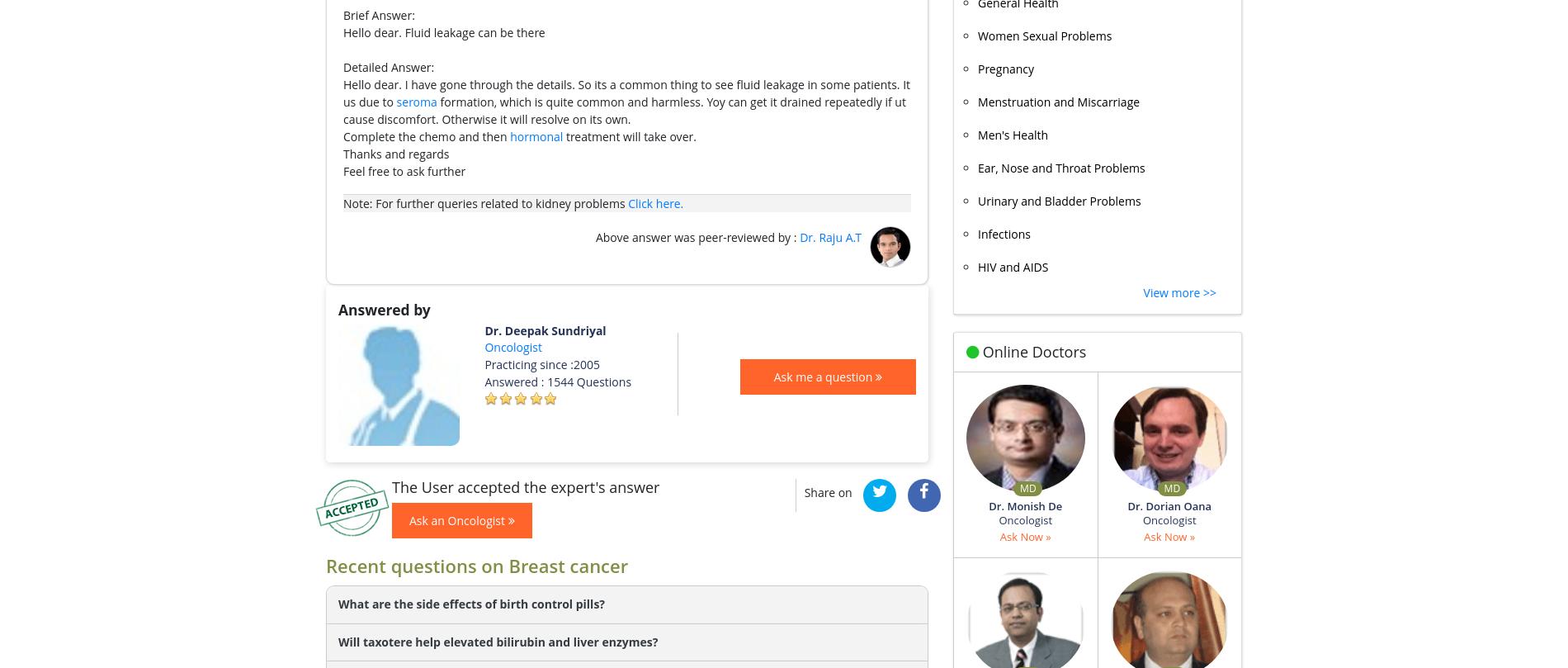 This screenshot has height=668, width=1568. I want to click on 'Will taxotere help elevated bilirubin and liver enzymes?', so click(498, 640).